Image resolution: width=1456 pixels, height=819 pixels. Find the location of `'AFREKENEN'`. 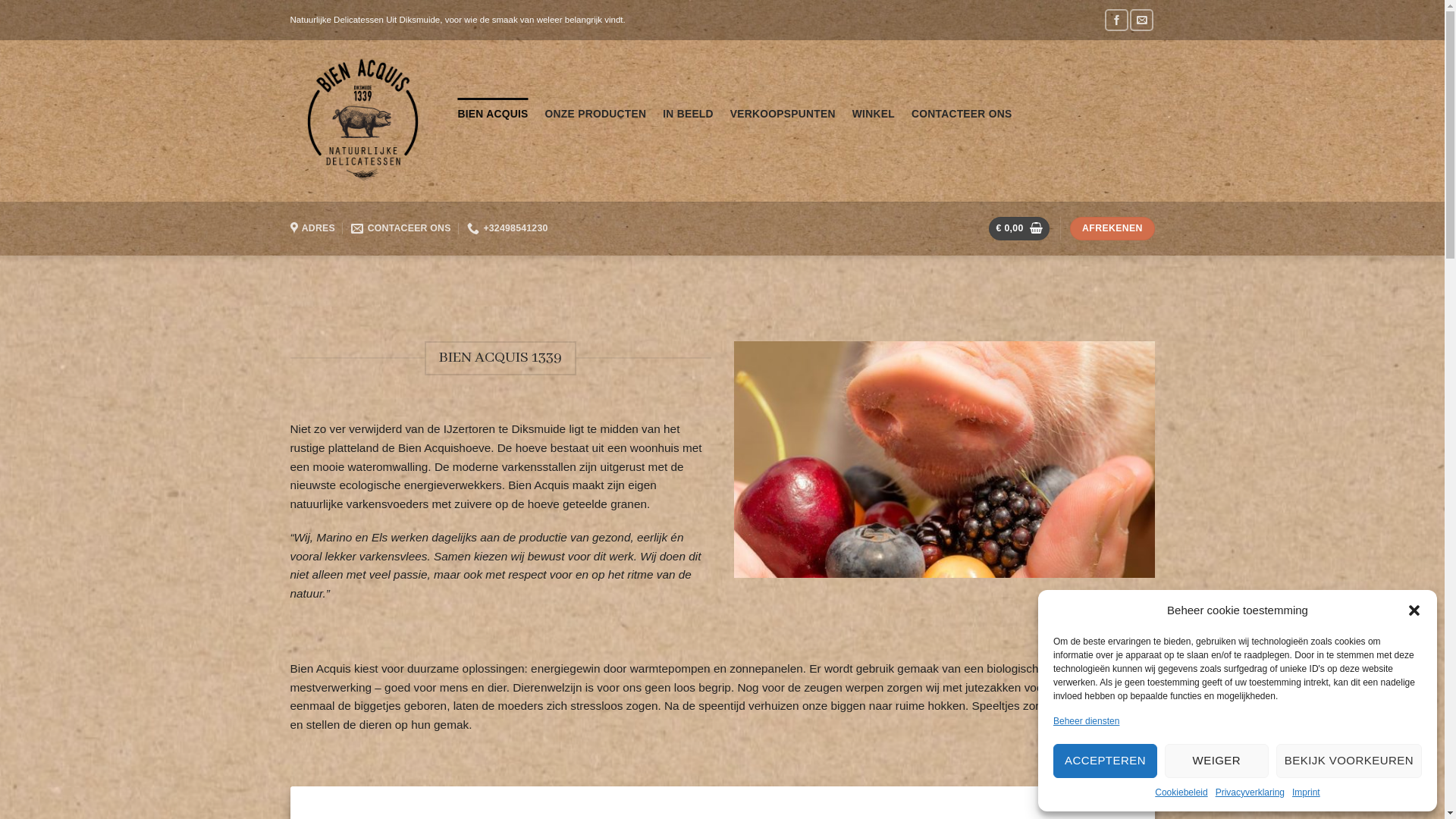

'AFREKENEN' is located at coordinates (1112, 228).